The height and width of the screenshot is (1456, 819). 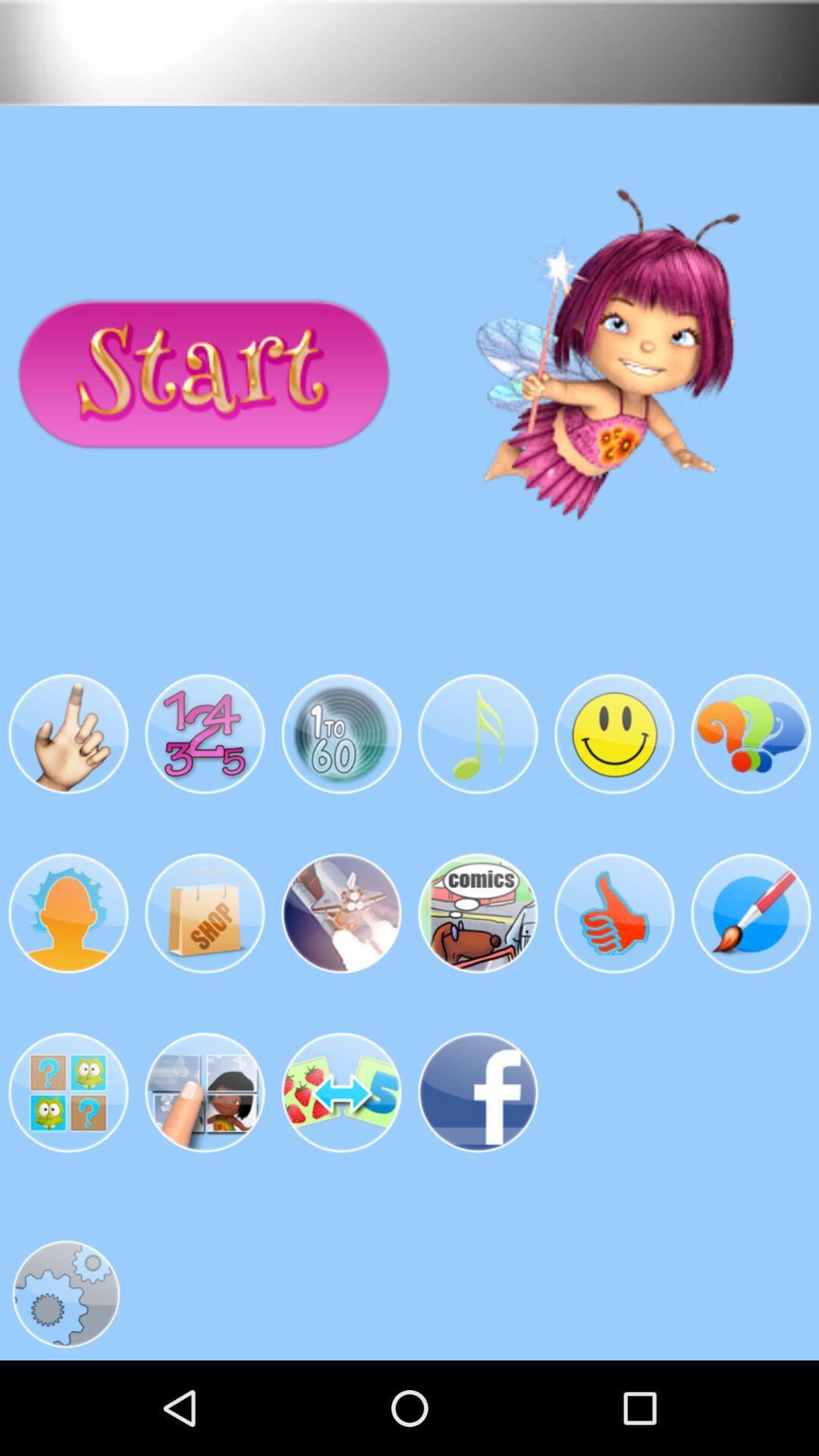 I want to click on the 2nd circular shaped image below the start button on the web page, so click(x=205, y=735).